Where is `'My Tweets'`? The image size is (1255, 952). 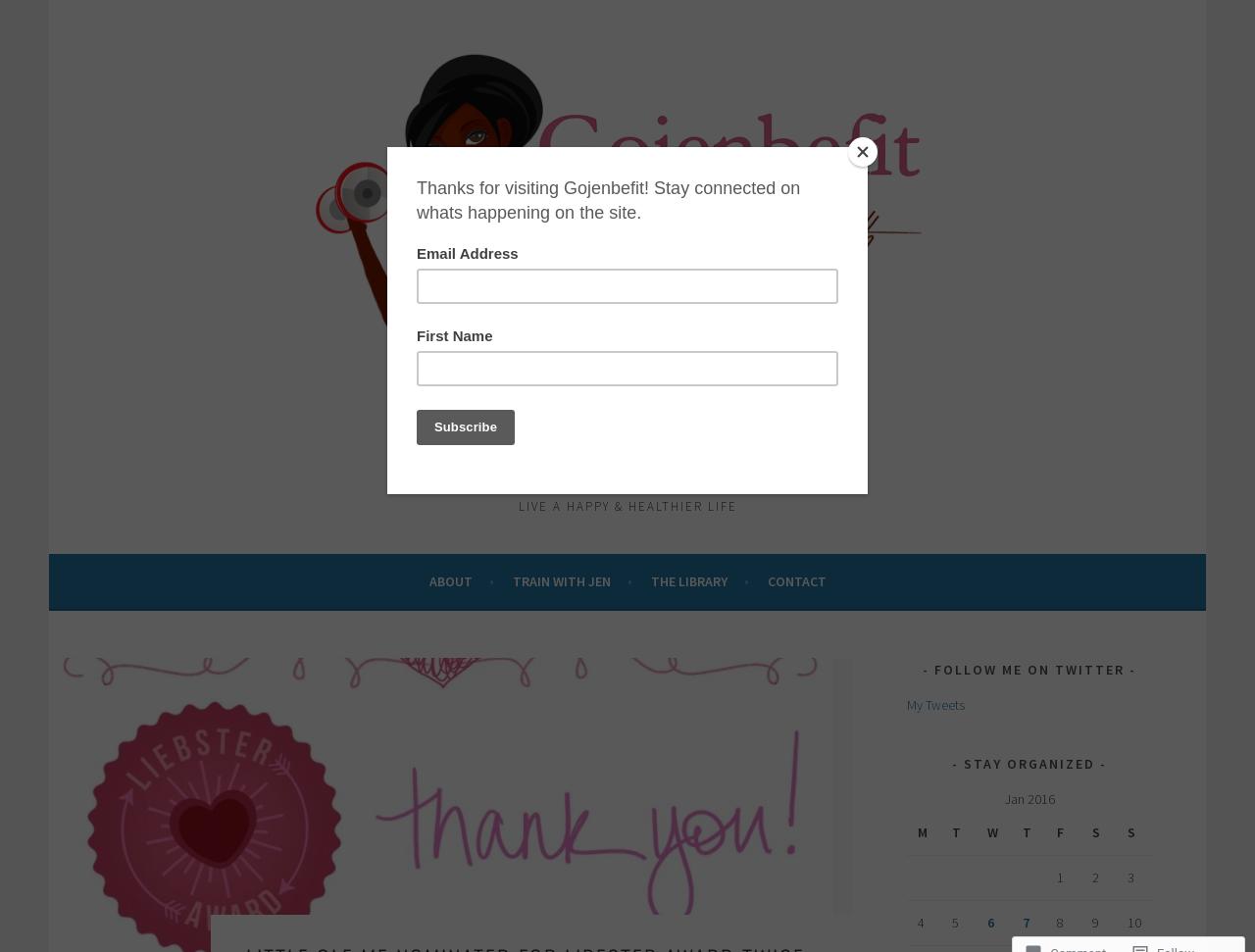 'My Tweets' is located at coordinates (934, 702).